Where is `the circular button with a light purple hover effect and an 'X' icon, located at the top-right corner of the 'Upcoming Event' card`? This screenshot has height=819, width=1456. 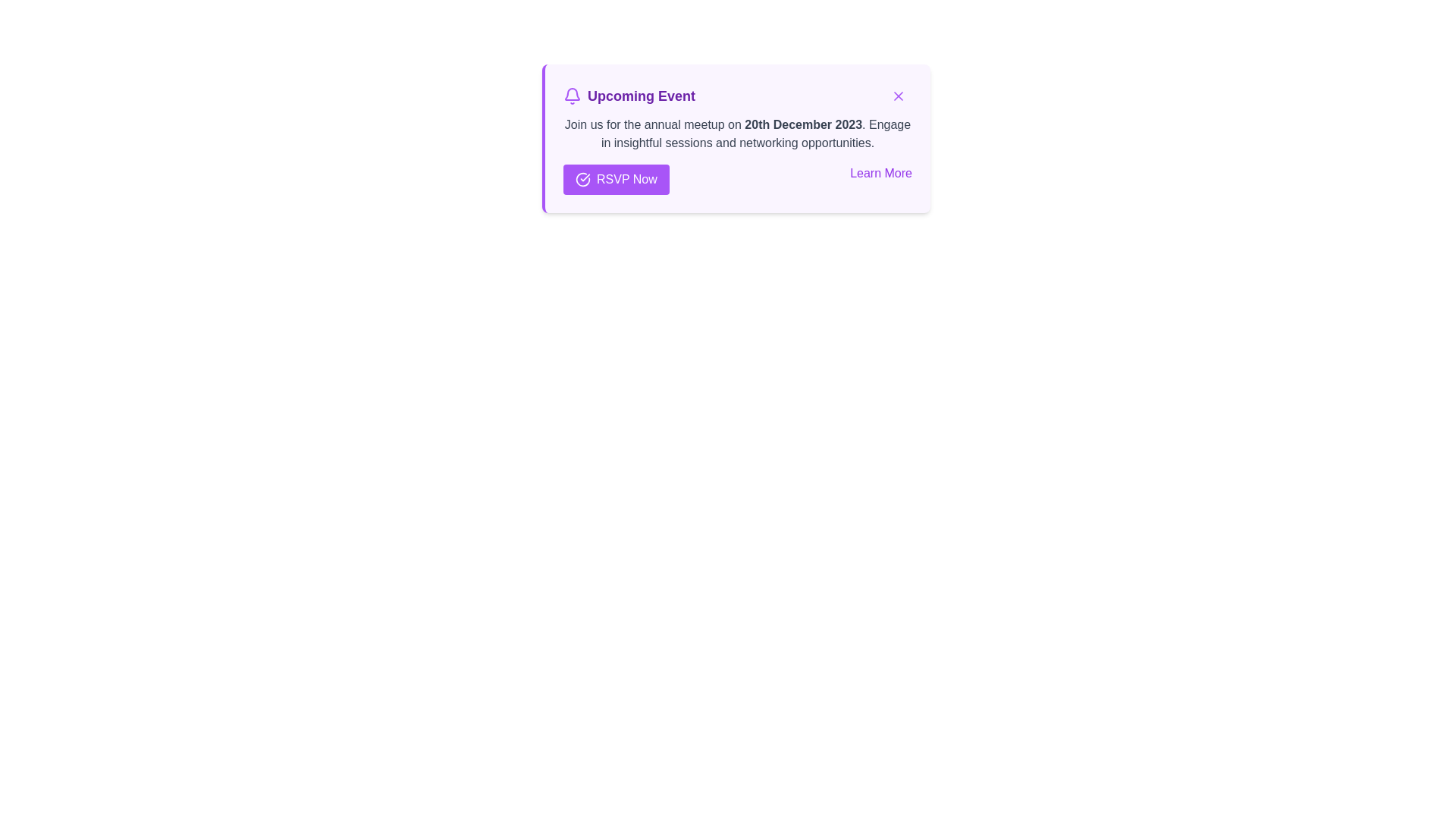
the circular button with a light purple hover effect and an 'X' icon, located at the top-right corner of the 'Upcoming Event' card is located at coordinates (899, 96).